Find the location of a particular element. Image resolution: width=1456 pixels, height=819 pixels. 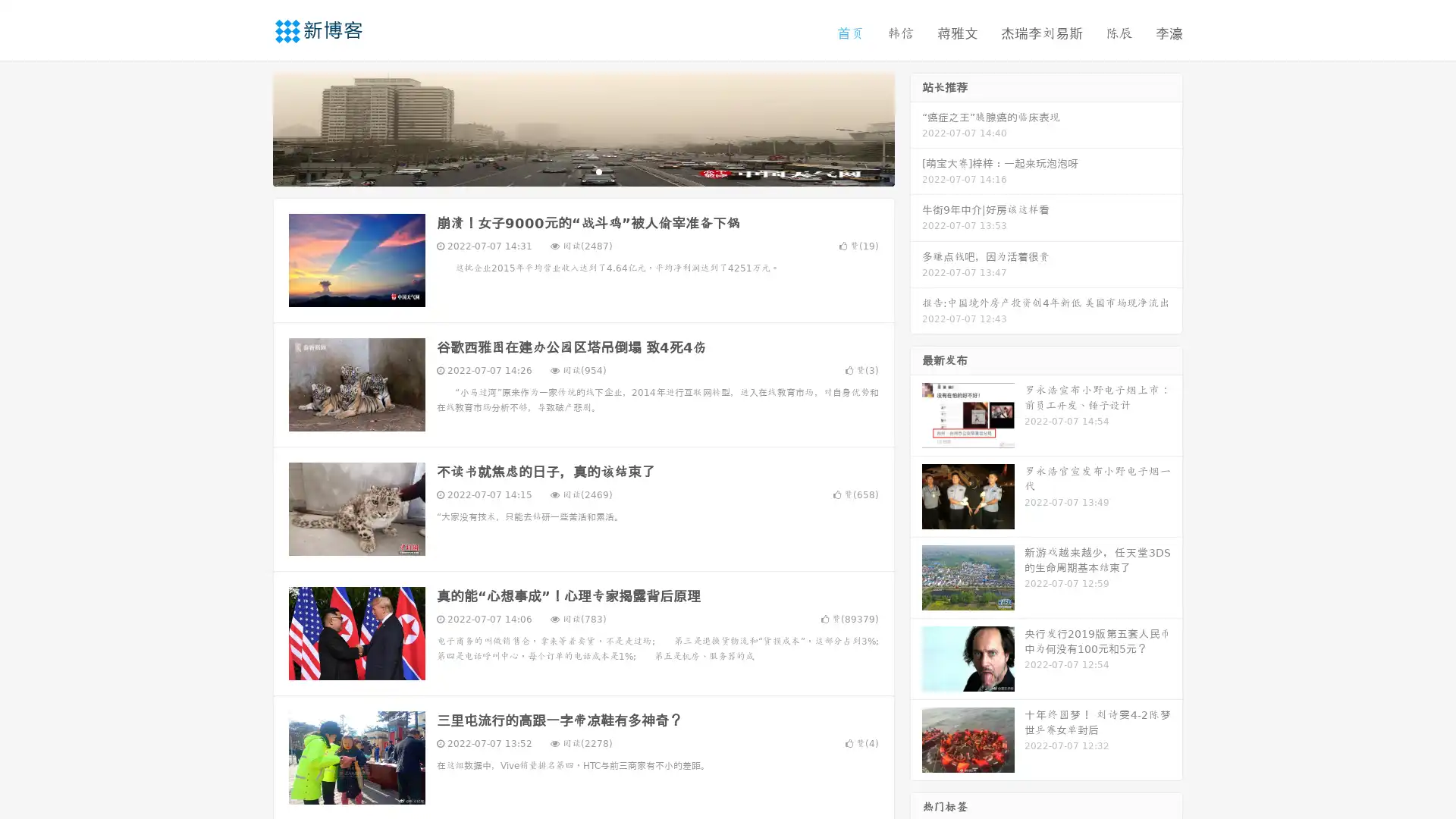

Next slide is located at coordinates (916, 127).